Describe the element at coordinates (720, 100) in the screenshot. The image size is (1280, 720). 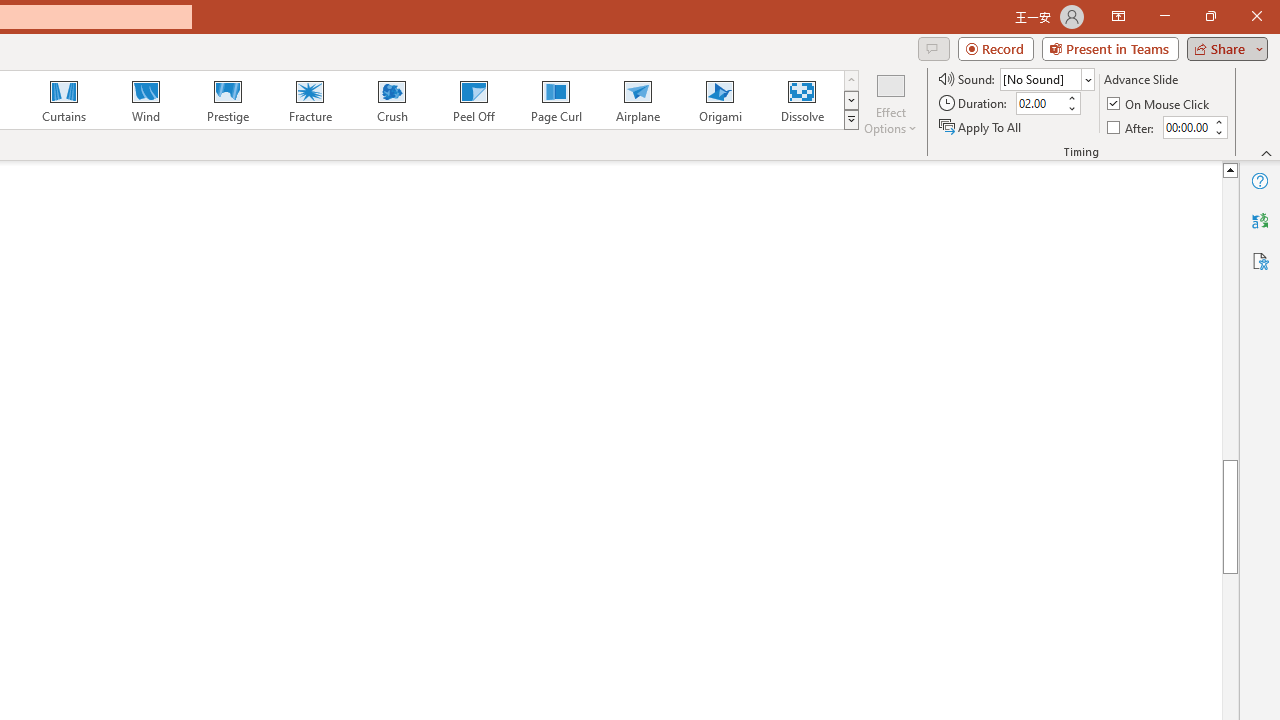
I see `'Origami'` at that location.